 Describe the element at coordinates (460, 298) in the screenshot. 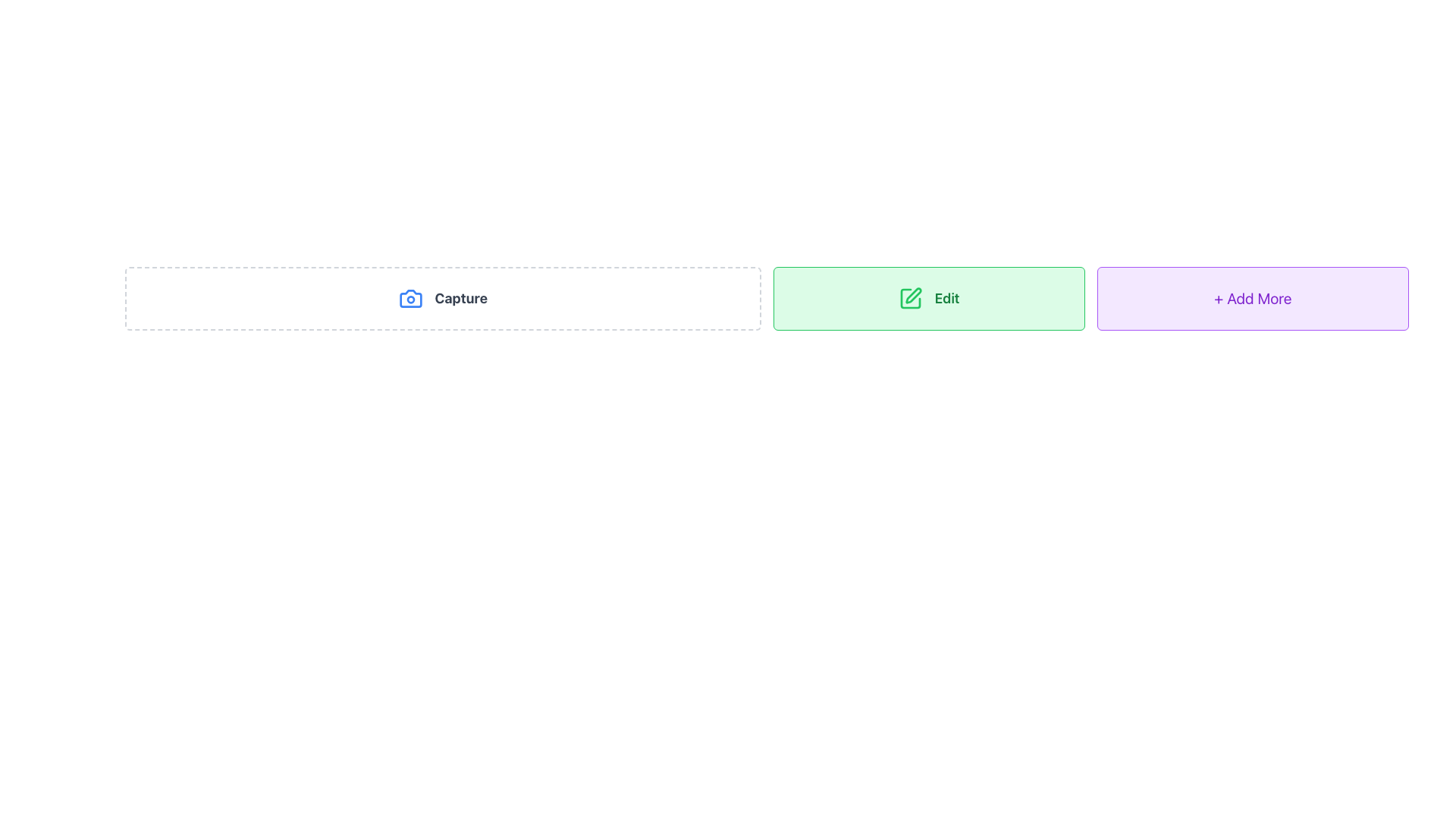

I see `the bold text label reading 'Capture', which is styled in a large dark gray font and positioned next to a blue camera icon` at that location.